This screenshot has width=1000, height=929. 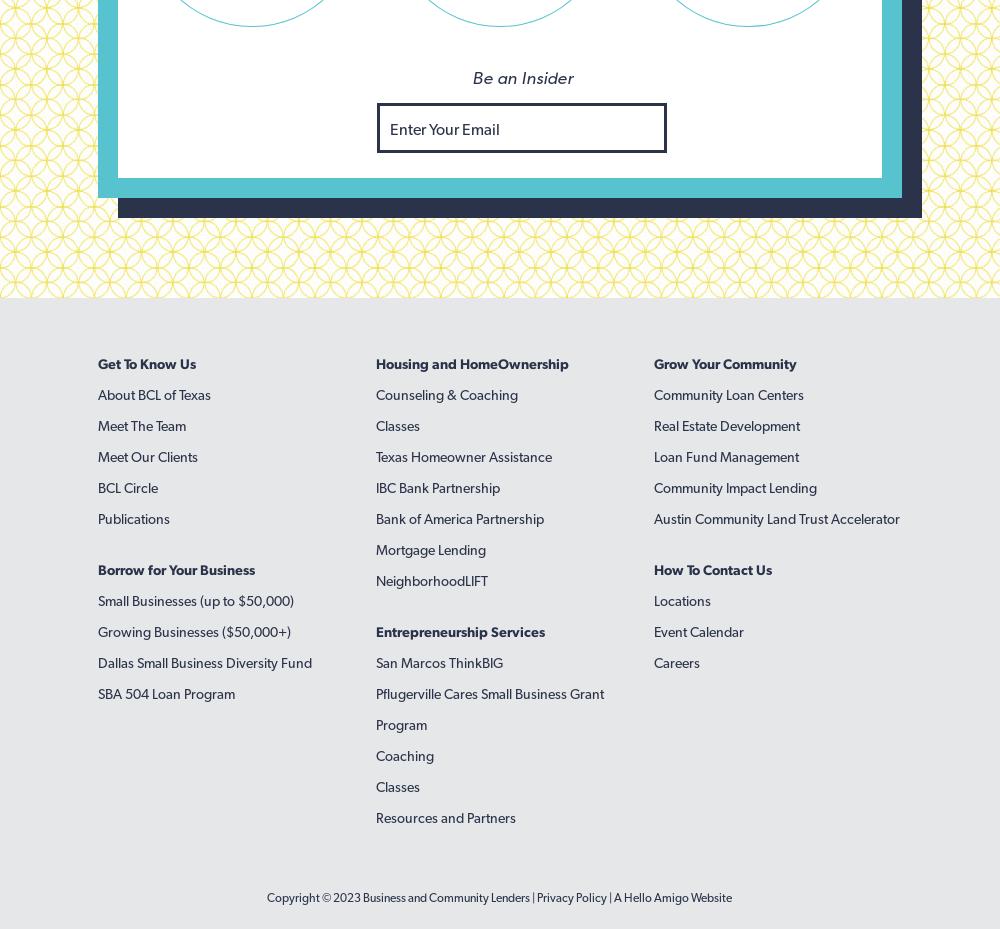 I want to click on 'Borrow for Your Business', so click(x=176, y=569).